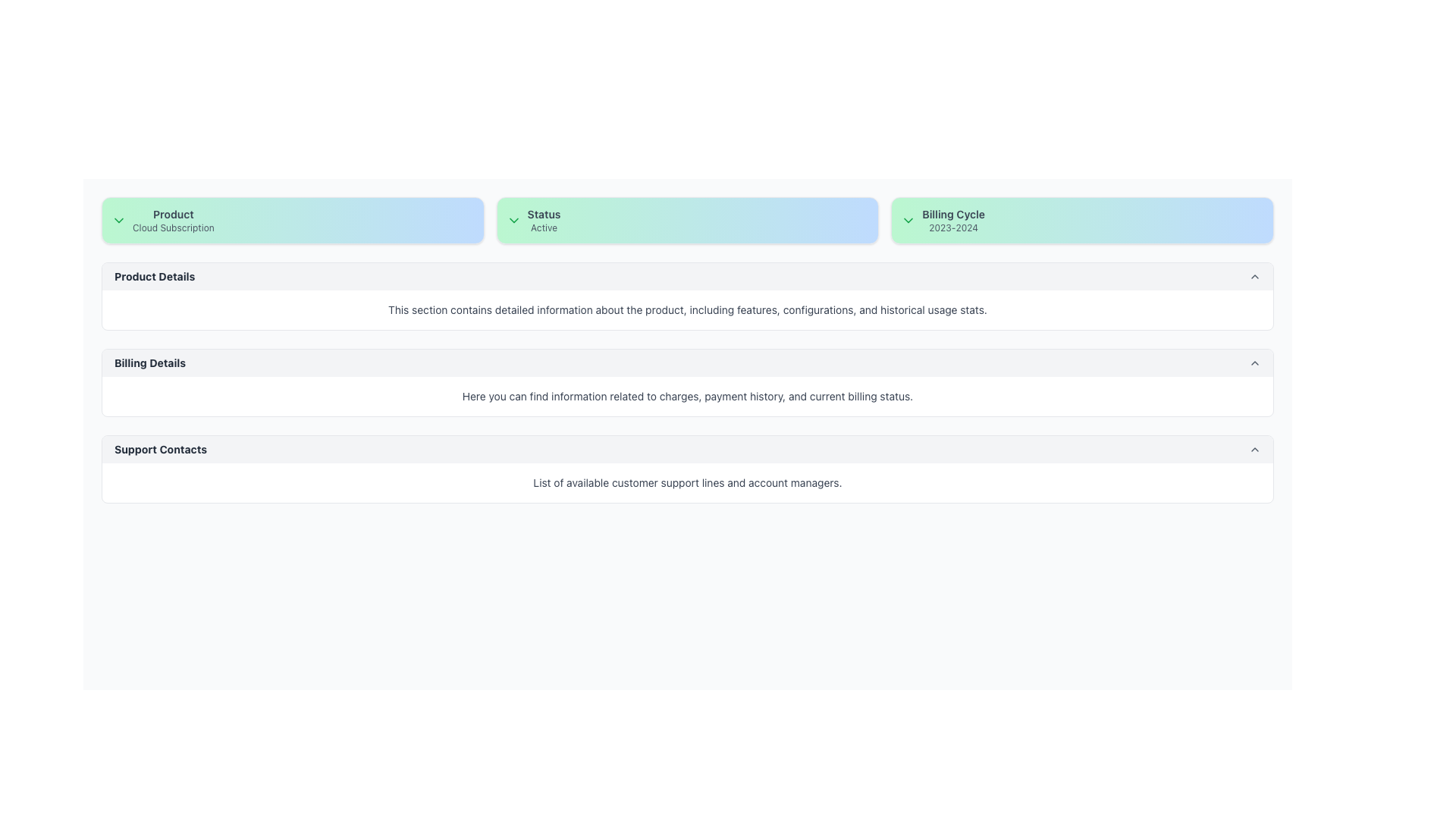 This screenshot has height=819, width=1456. I want to click on the static text label that provides information about the 'Support Contacts' section, located beneath the header 'Support Contacts', so click(687, 482).